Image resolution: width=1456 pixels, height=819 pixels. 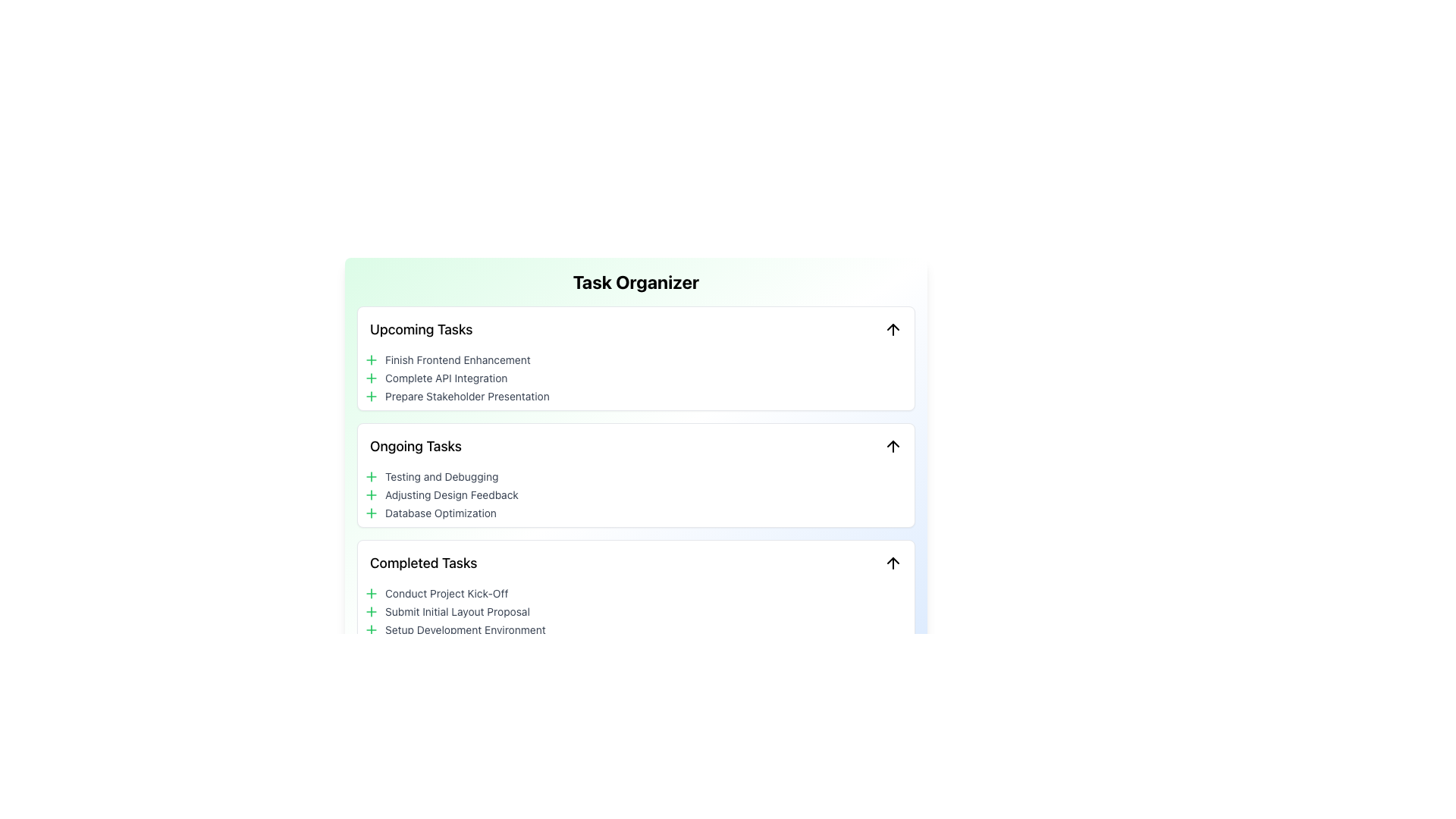 I want to click on the 'Database Optimization' list item in the 'Ongoing Tasks' section, so click(x=636, y=513).